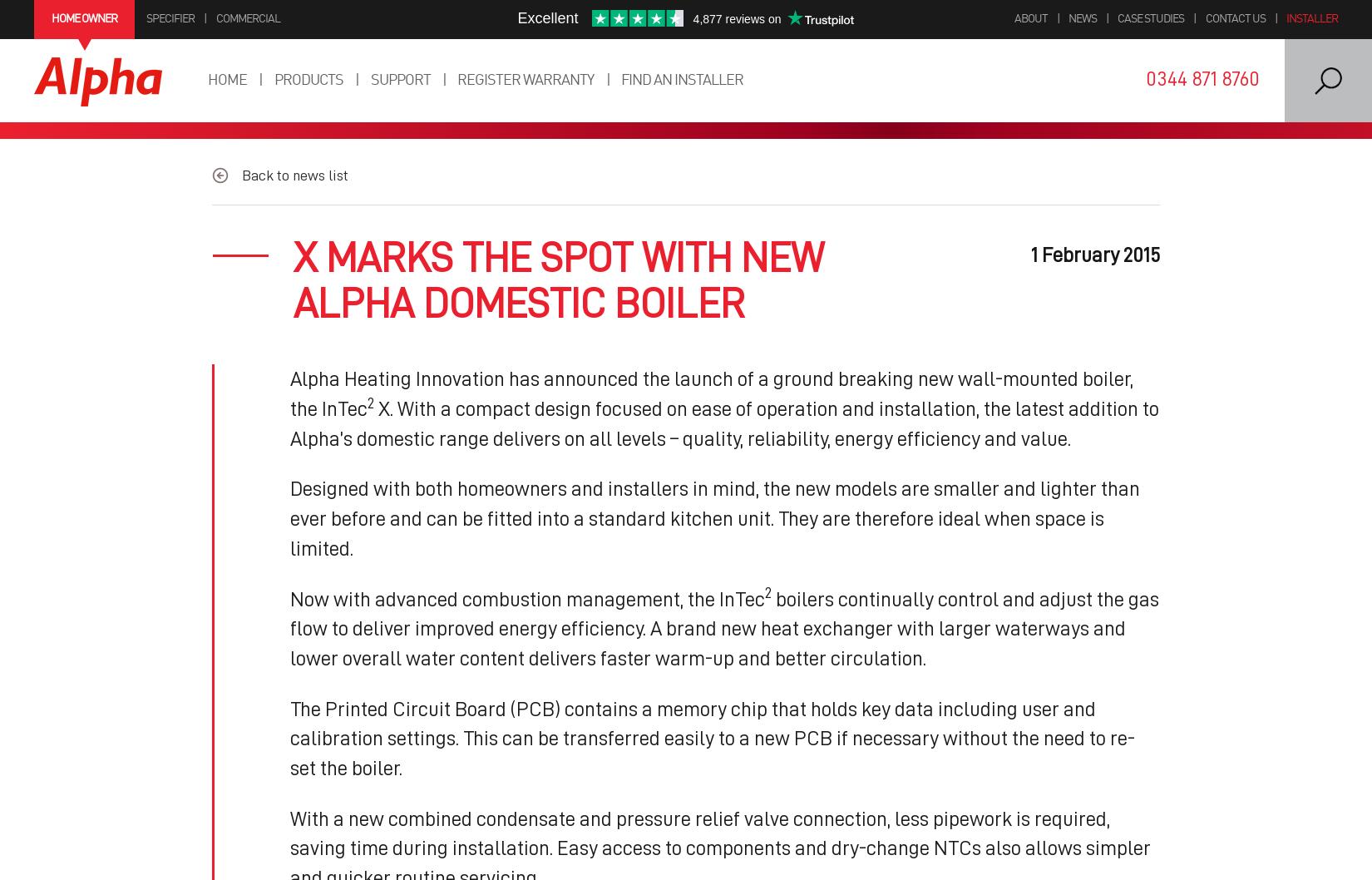 Image resolution: width=1372 pixels, height=880 pixels. I want to click on 'Installer', so click(1311, 18).